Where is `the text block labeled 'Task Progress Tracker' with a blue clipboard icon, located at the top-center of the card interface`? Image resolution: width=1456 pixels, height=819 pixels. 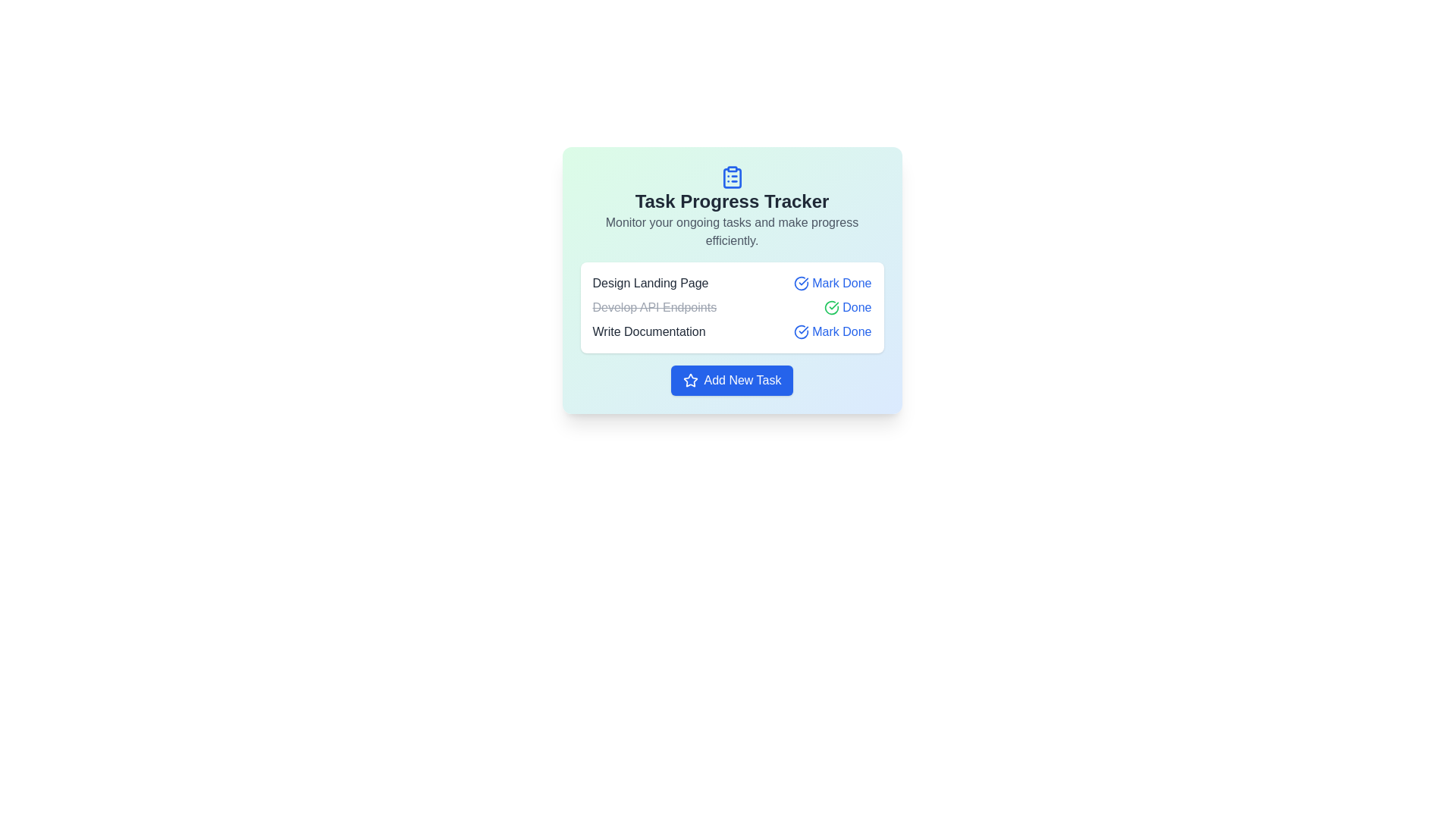 the text block labeled 'Task Progress Tracker' with a blue clipboard icon, located at the top-center of the card interface is located at coordinates (732, 207).